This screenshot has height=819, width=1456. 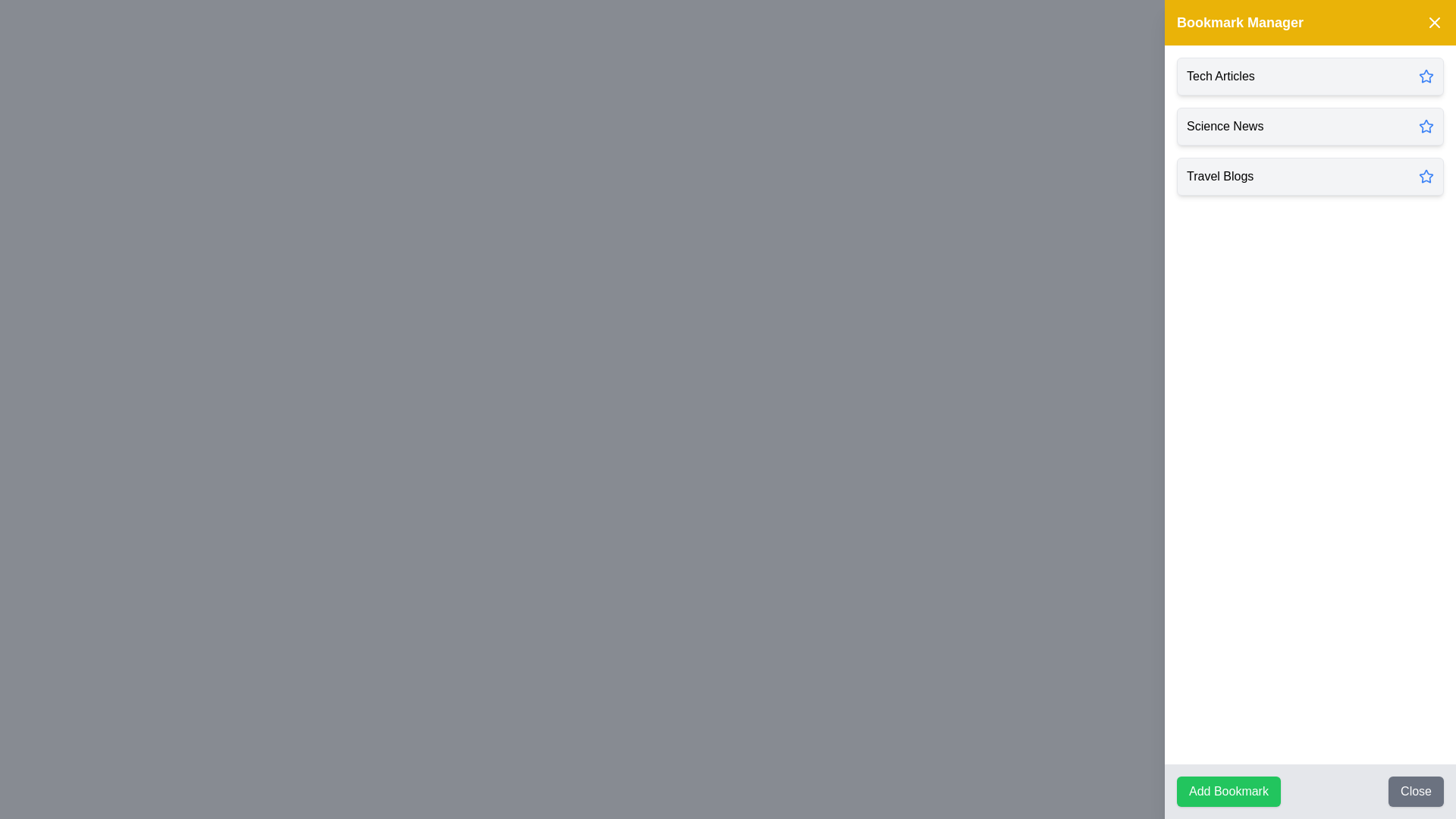 I want to click on the star-shaped icon with a blue outline and white-filled center, so click(x=1426, y=125).